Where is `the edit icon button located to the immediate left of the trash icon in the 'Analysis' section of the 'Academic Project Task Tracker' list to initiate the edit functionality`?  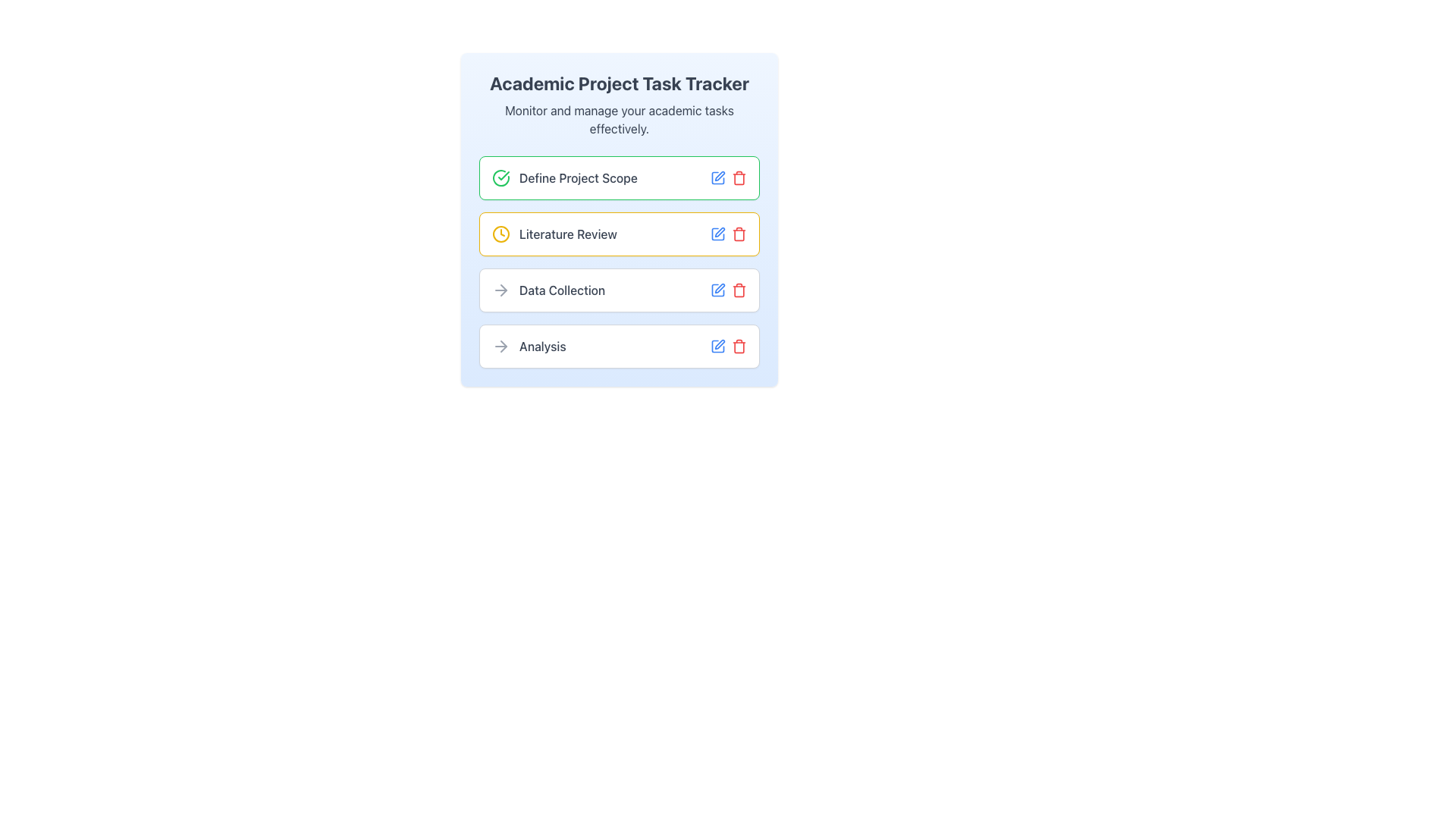 the edit icon button located to the immediate left of the trash icon in the 'Analysis' section of the 'Academic Project Task Tracker' list to initiate the edit functionality is located at coordinates (717, 346).